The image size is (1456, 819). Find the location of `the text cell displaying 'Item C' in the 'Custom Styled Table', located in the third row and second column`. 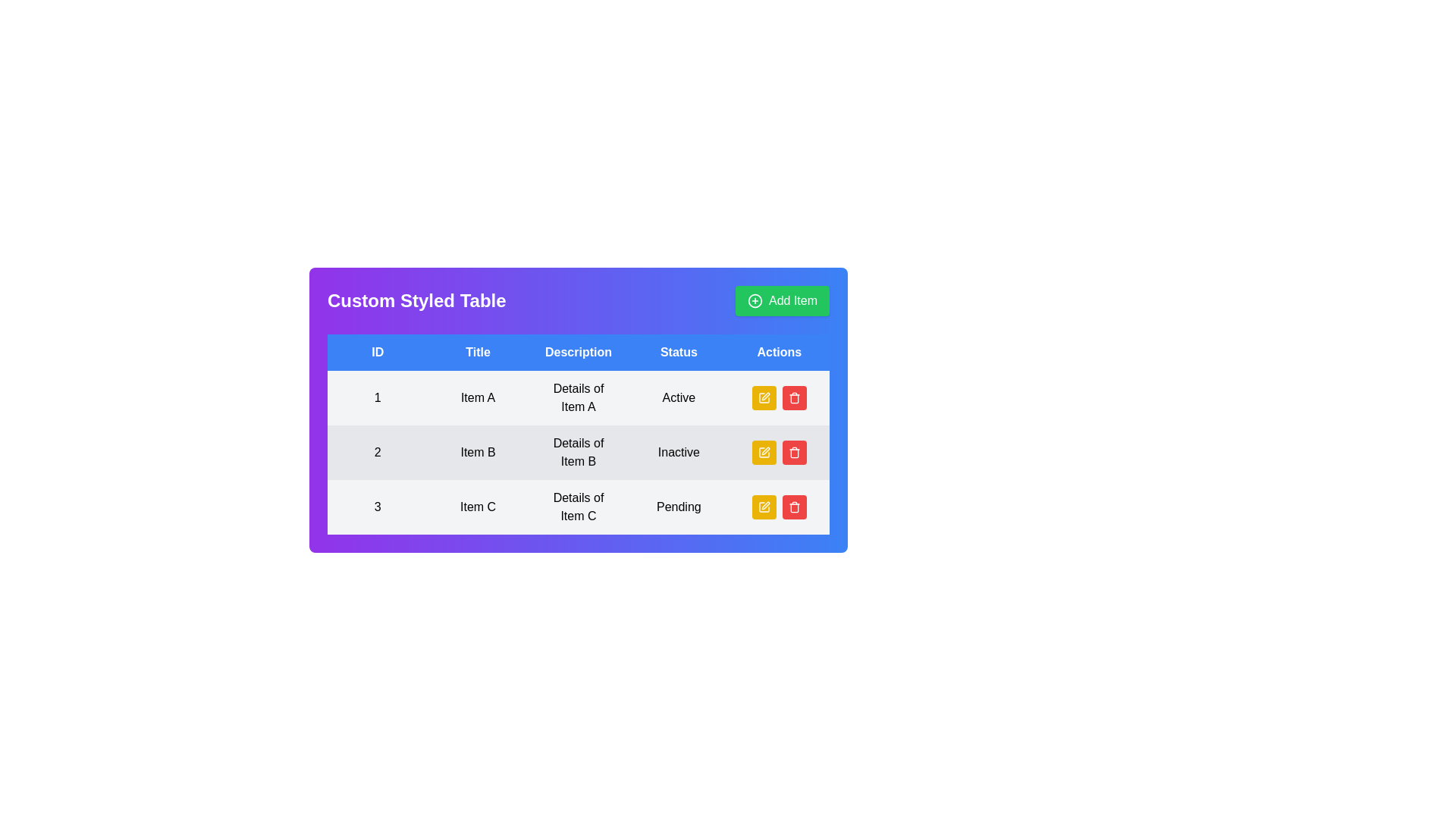

the text cell displaying 'Item C' in the 'Custom Styled Table', located in the third row and second column is located at coordinates (477, 507).